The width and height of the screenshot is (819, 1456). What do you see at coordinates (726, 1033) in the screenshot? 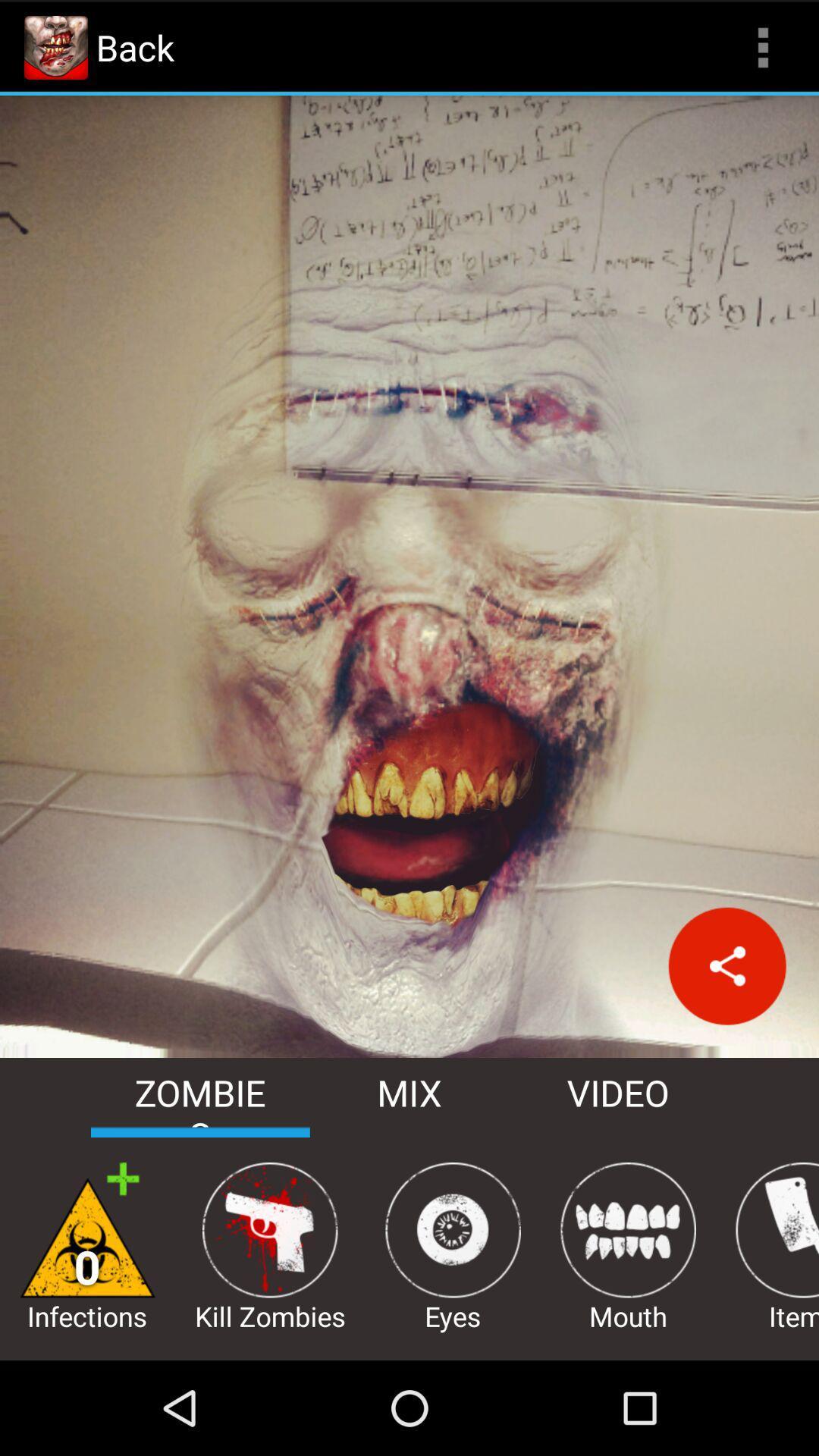
I see `the share icon` at bounding box center [726, 1033].